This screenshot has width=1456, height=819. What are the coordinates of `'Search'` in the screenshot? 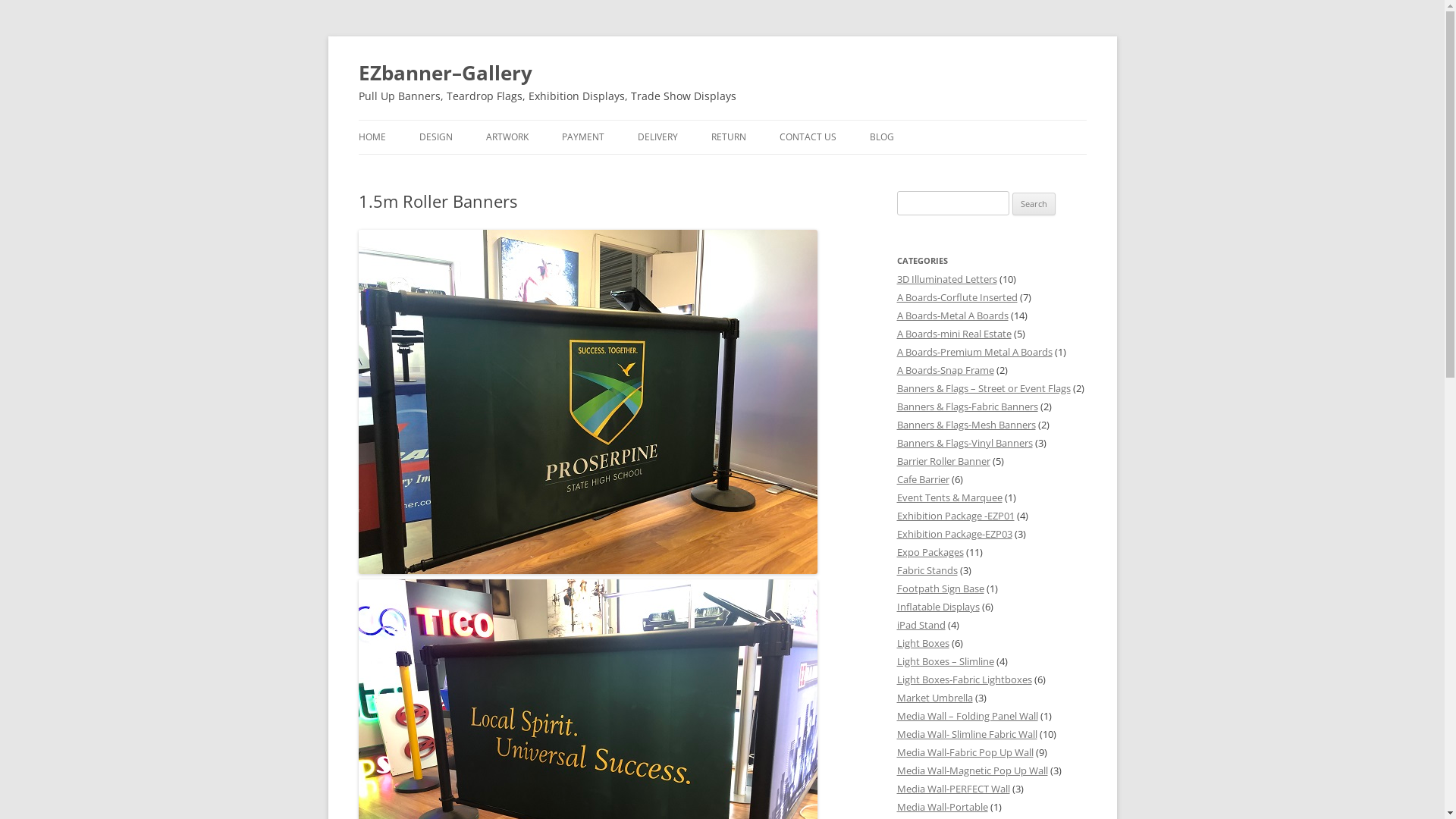 It's located at (1033, 203).